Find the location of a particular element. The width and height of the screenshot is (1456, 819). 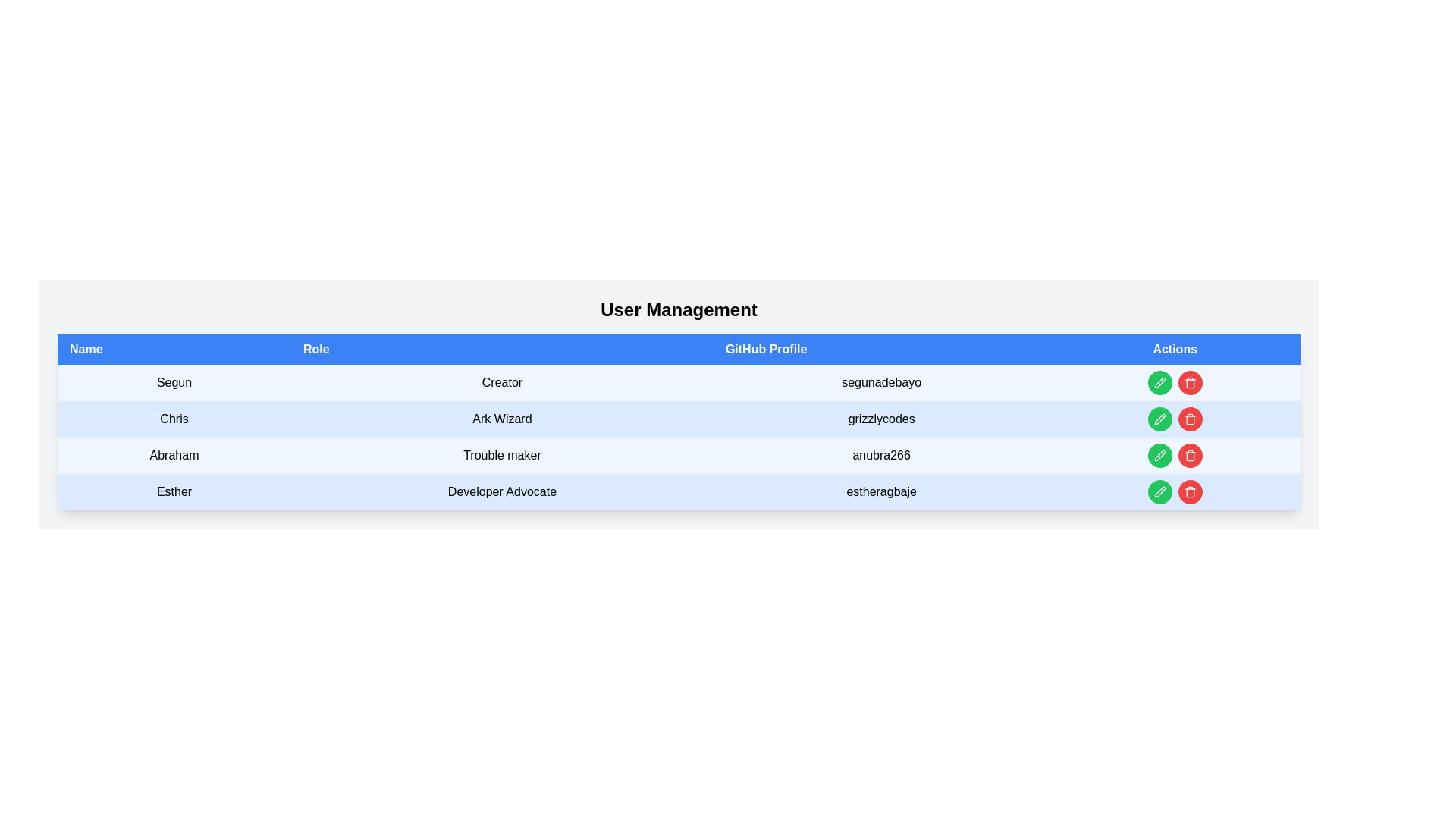

the green circular pencil icon located in the Actions column of the user management table in the last row for the user 'Esther' is located at coordinates (1159, 491).